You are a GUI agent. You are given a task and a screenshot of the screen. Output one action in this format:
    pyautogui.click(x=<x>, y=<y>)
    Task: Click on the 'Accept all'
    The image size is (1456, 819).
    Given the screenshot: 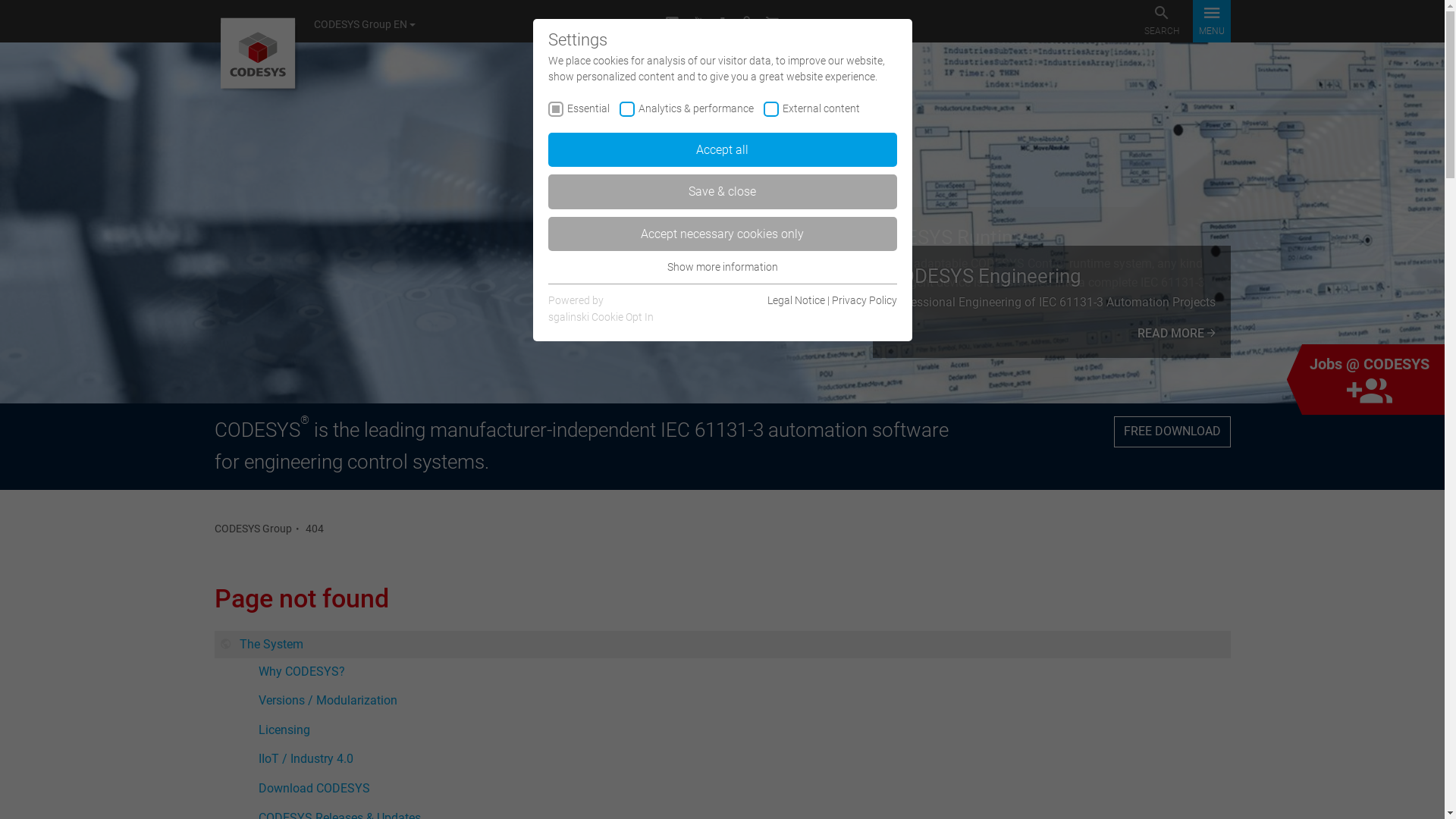 What is the action you would take?
    pyautogui.click(x=720, y=149)
    